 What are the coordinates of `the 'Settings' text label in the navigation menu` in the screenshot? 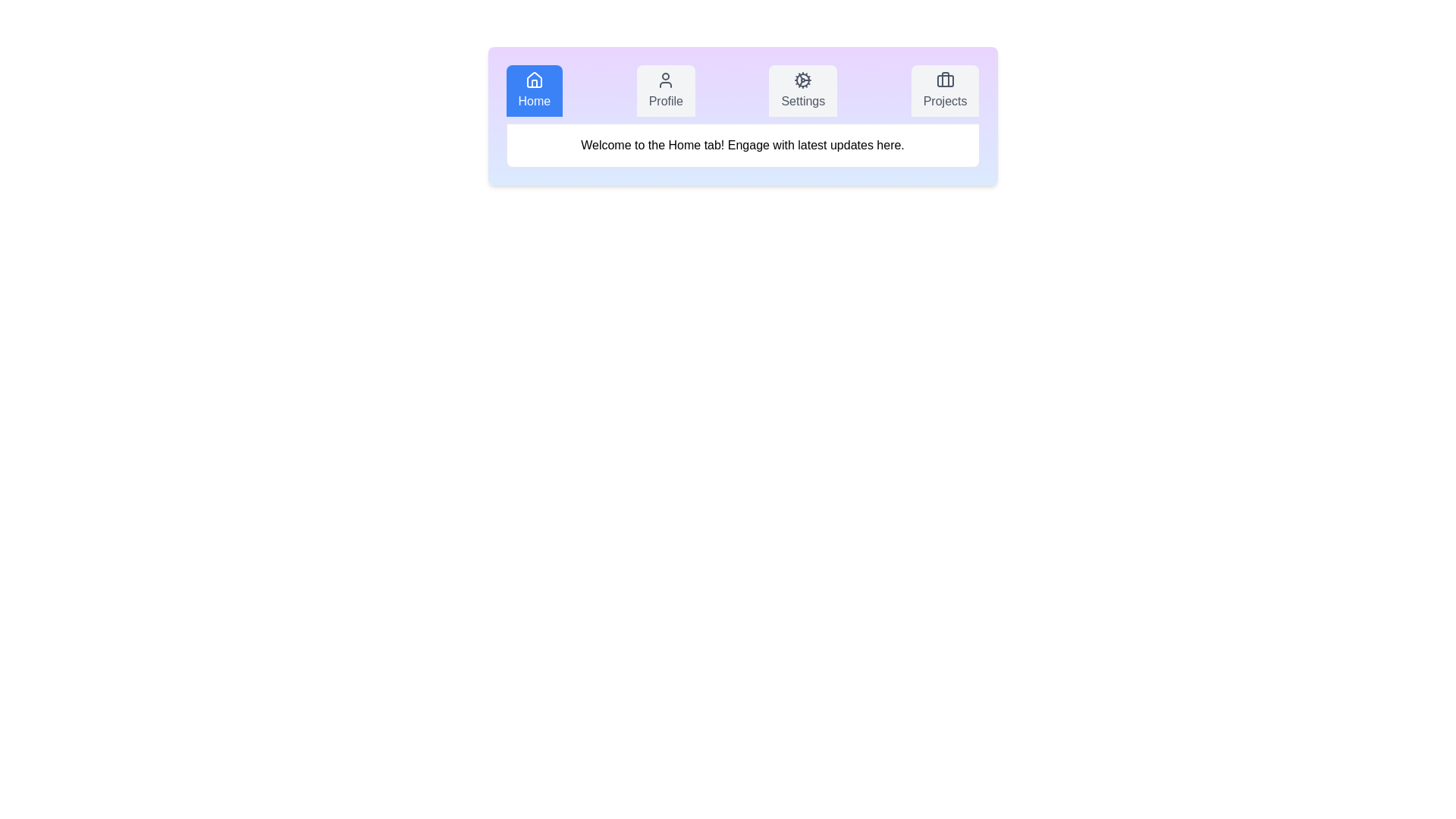 It's located at (802, 102).